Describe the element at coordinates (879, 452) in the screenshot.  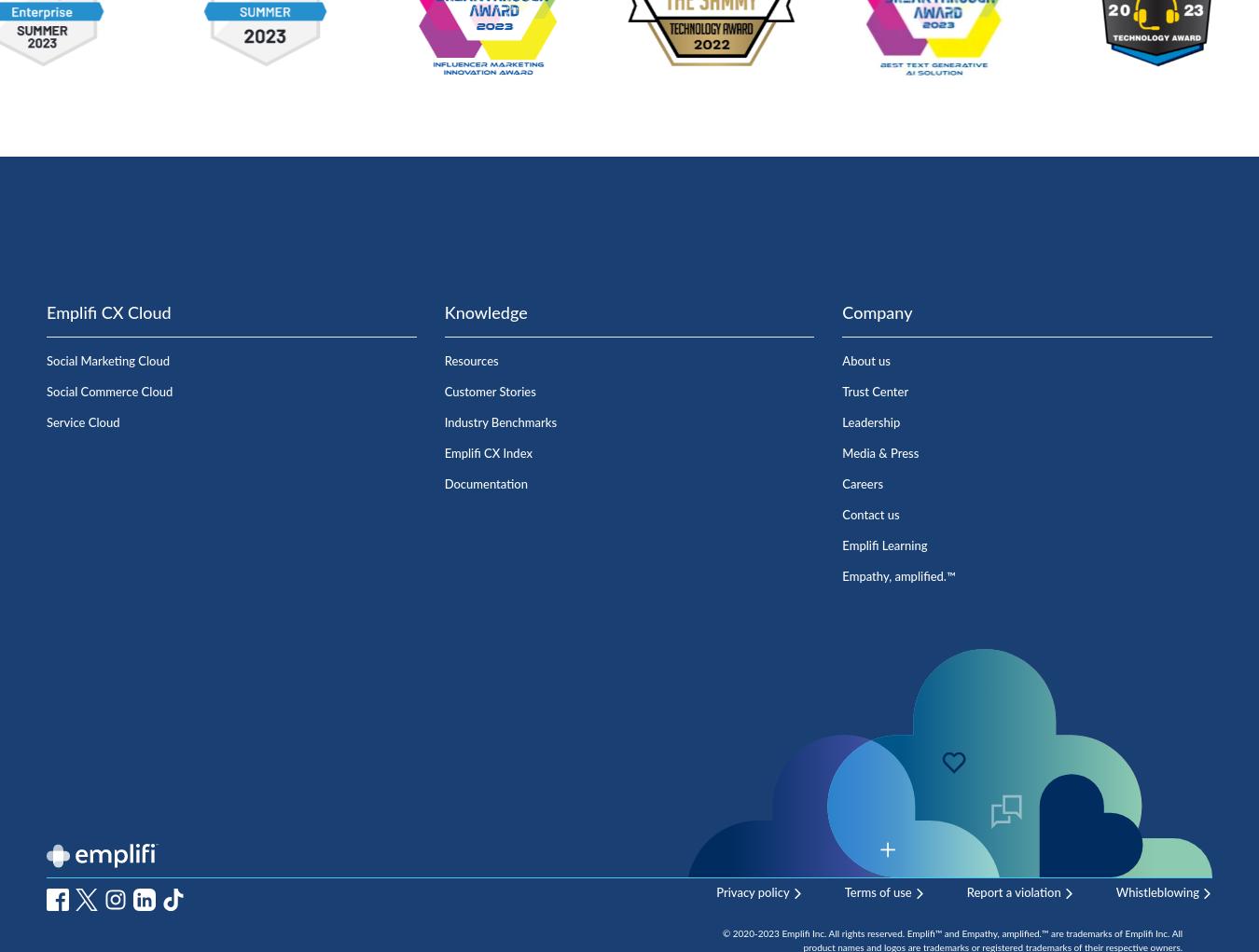
I see `'Media & Press'` at that location.